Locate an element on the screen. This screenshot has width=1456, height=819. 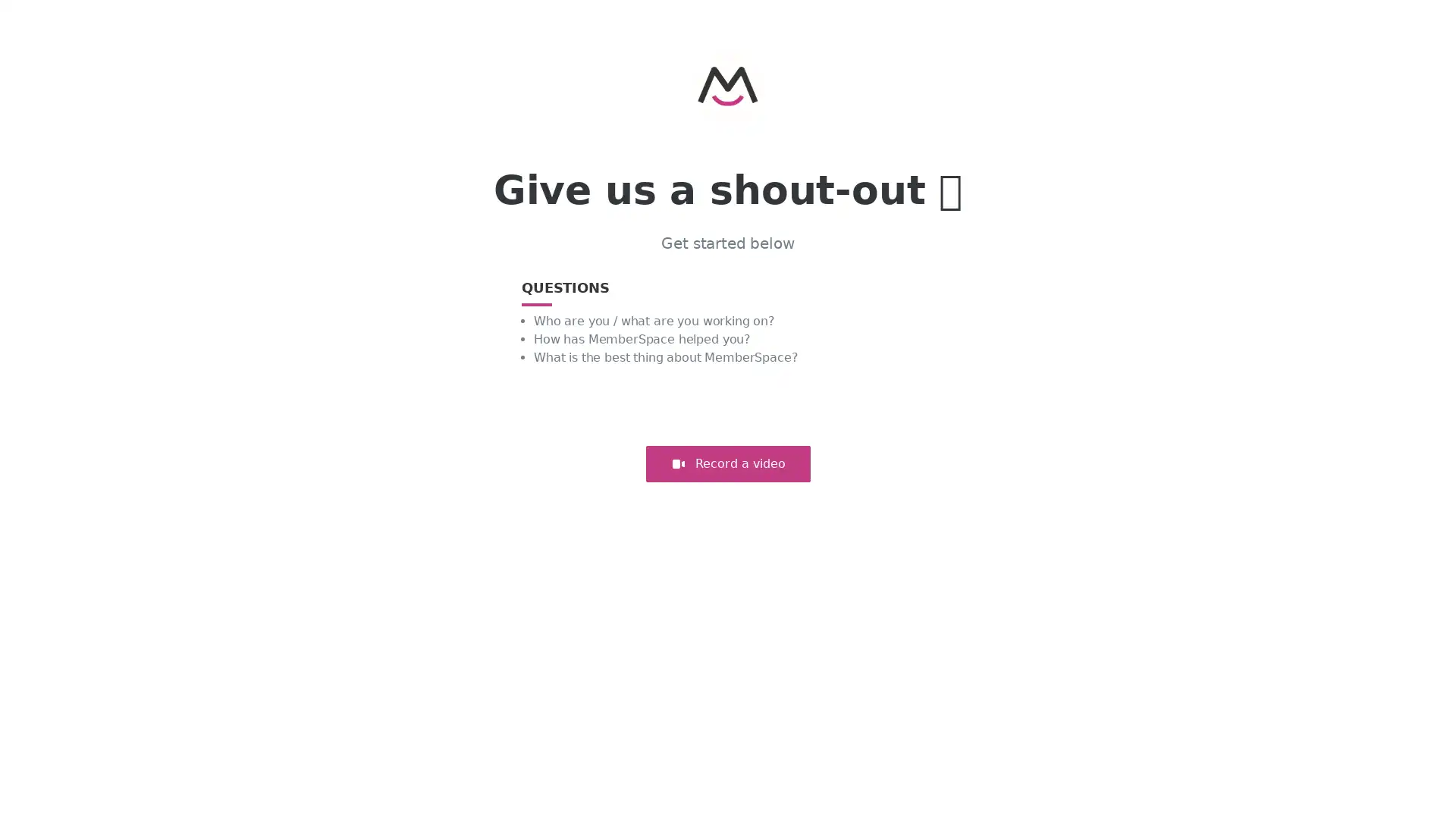
Record a video is located at coordinates (726, 463).